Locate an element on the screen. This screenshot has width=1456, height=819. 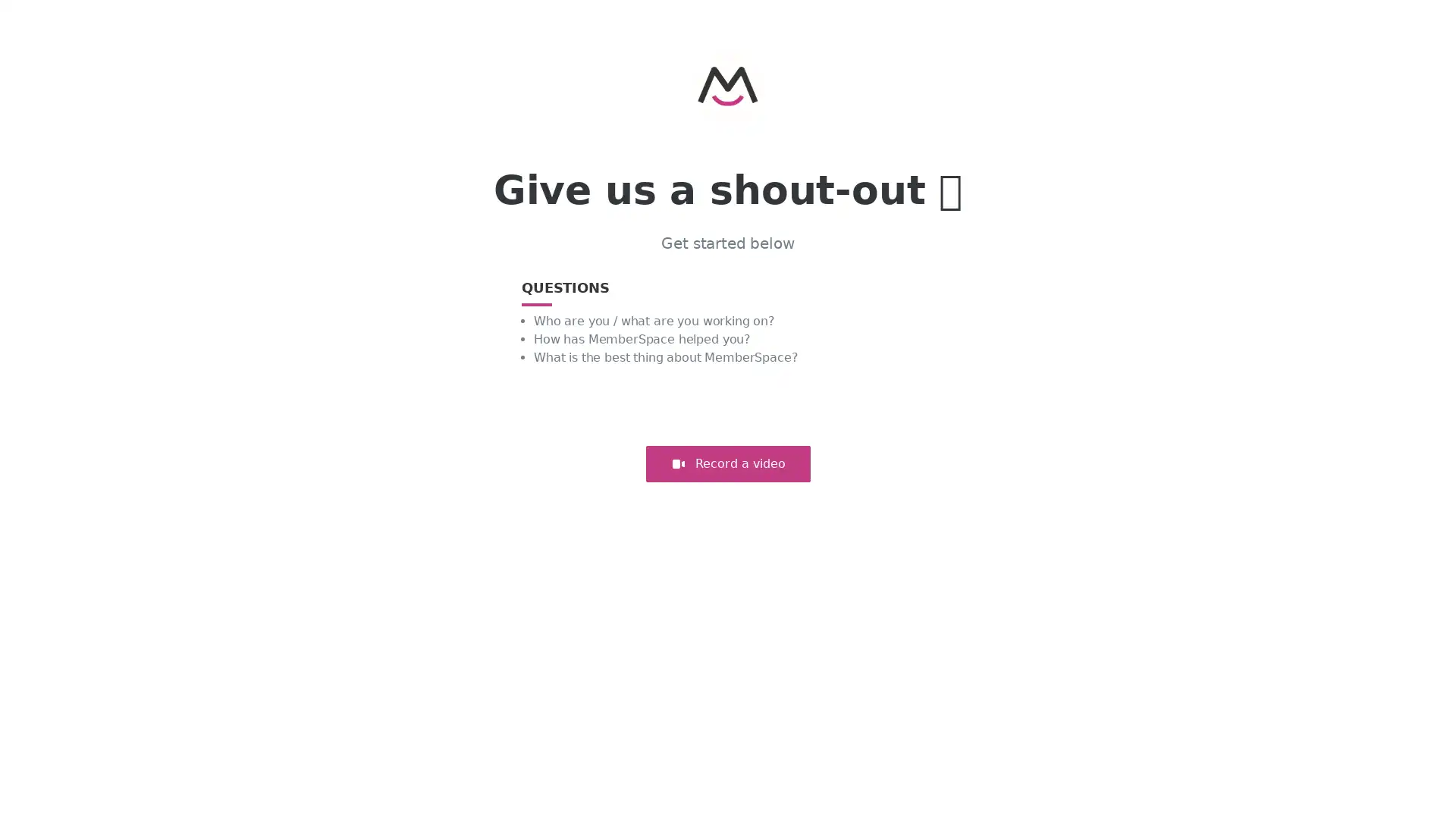
Record a video is located at coordinates (726, 463).